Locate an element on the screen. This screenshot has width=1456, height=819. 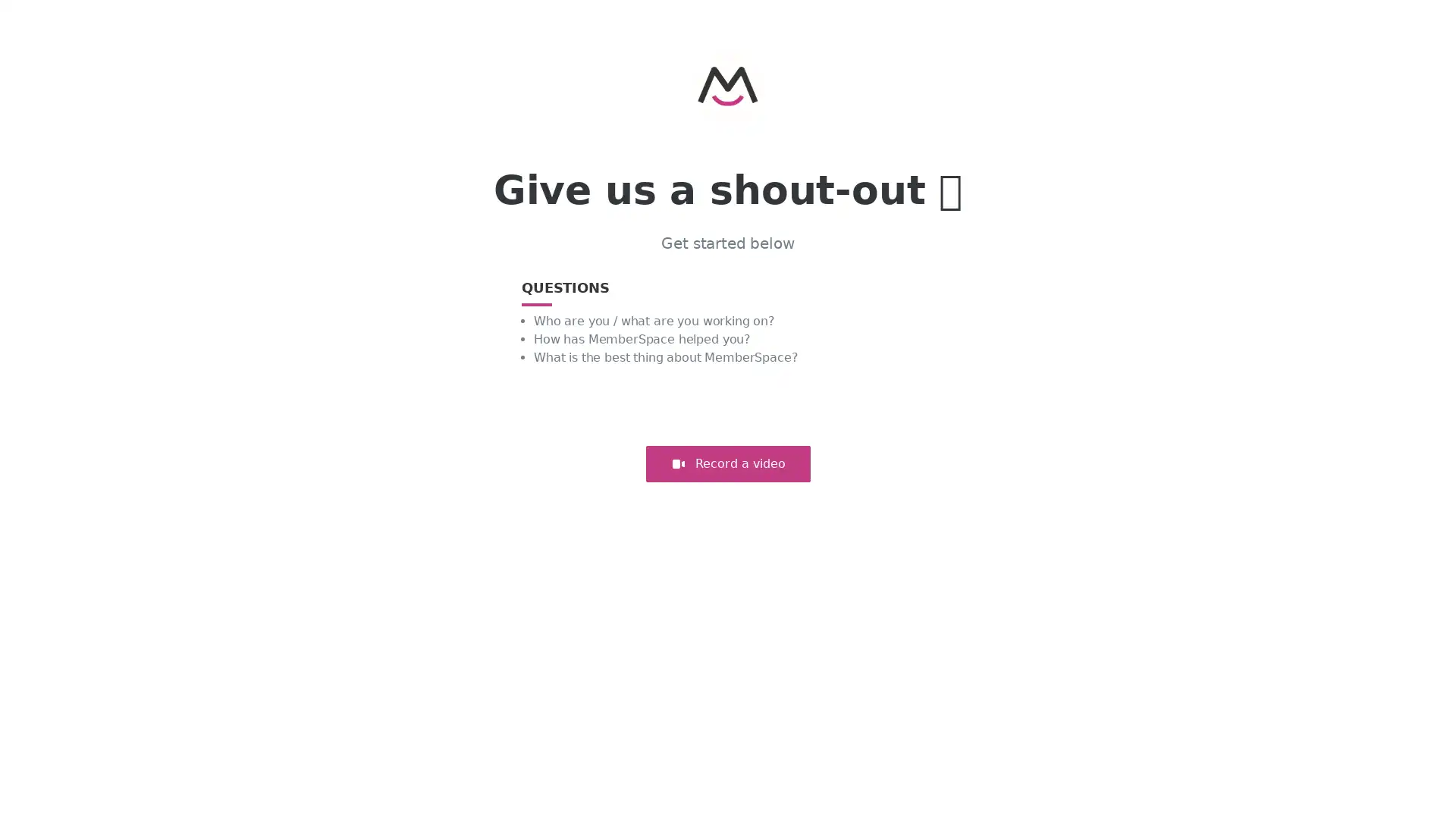
Record a video is located at coordinates (726, 463).